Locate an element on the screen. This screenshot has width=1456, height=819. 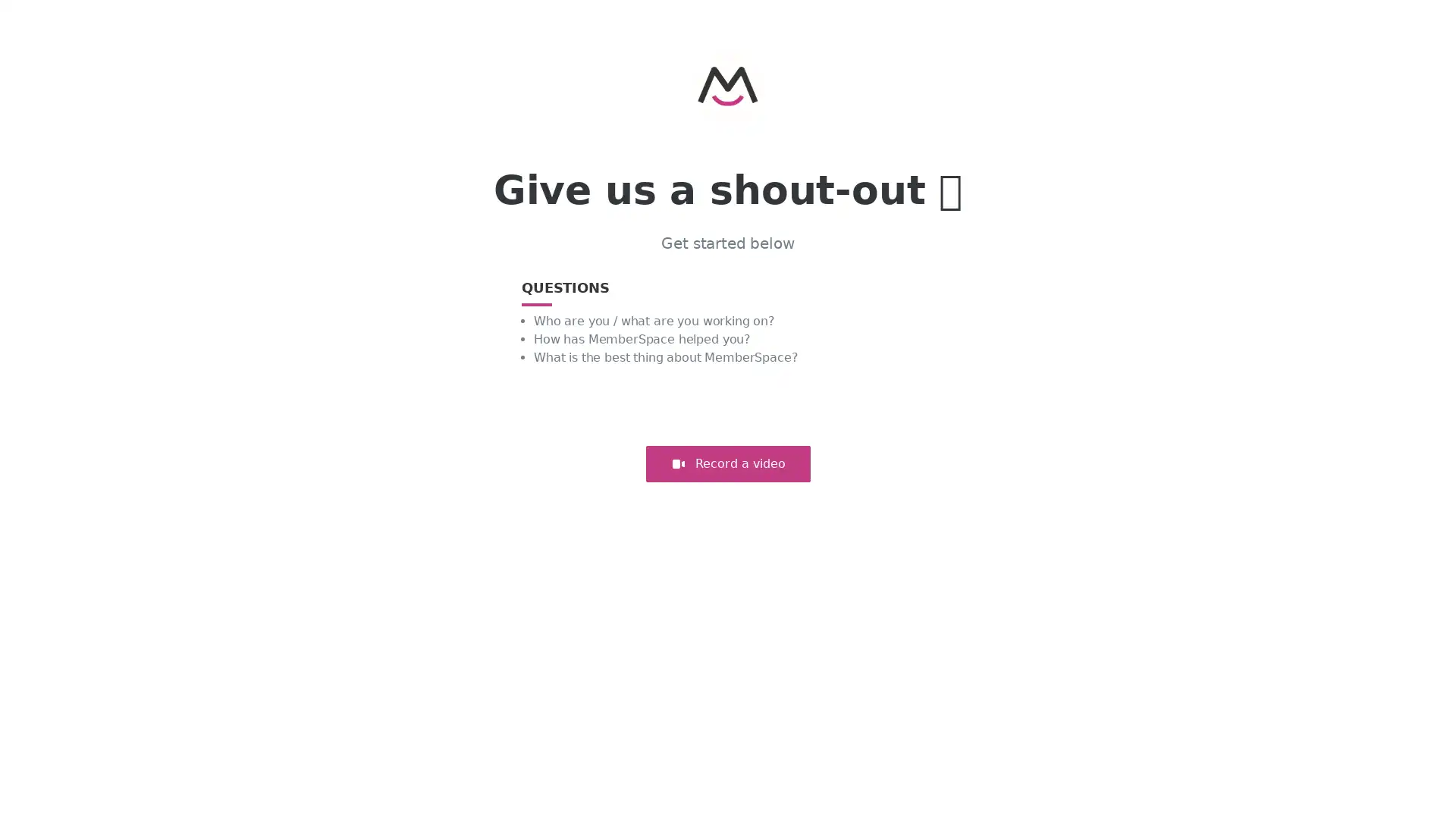
Record a video is located at coordinates (726, 463).